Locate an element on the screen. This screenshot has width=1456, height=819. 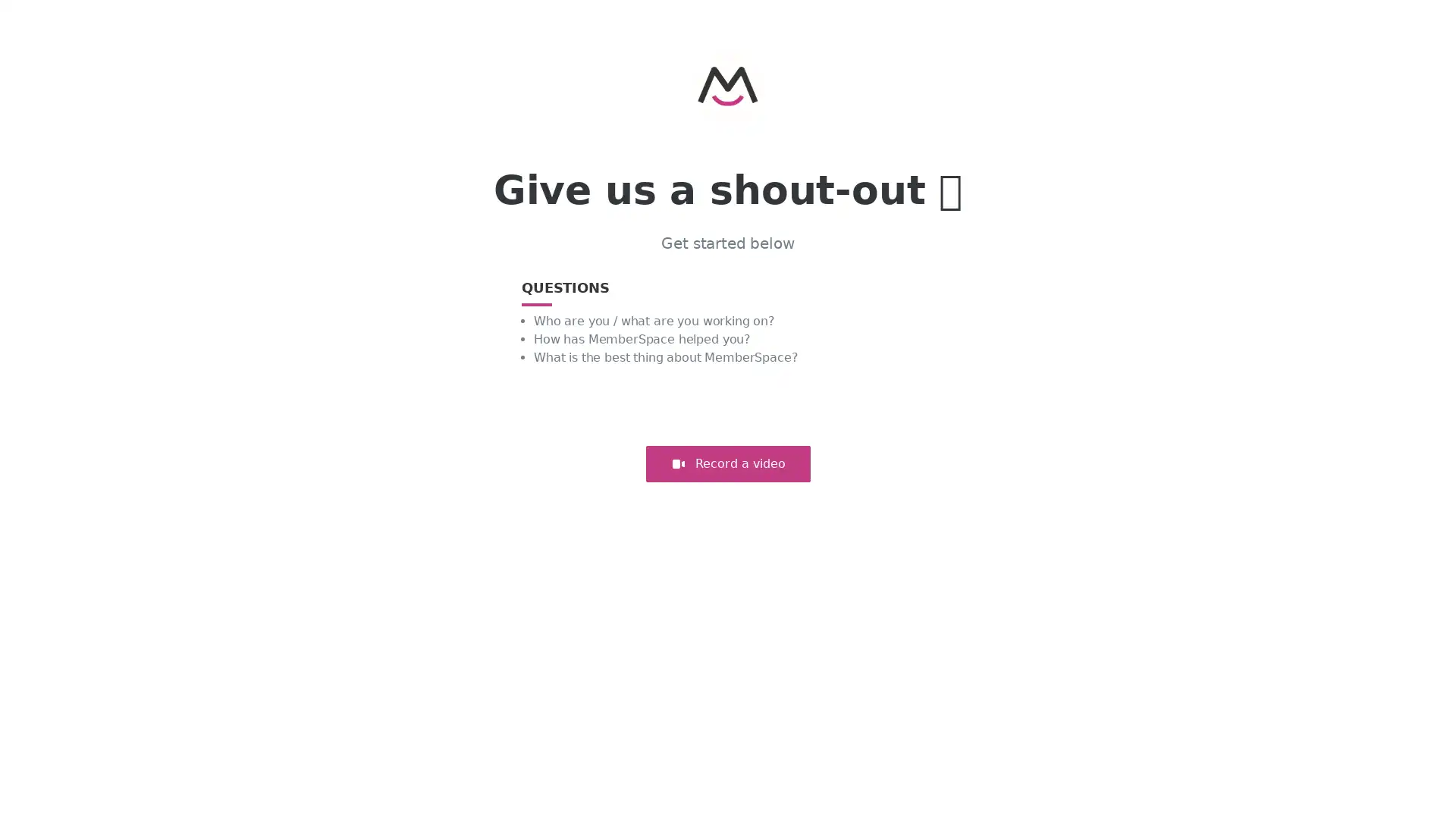
Record a video is located at coordinates (726, 463).